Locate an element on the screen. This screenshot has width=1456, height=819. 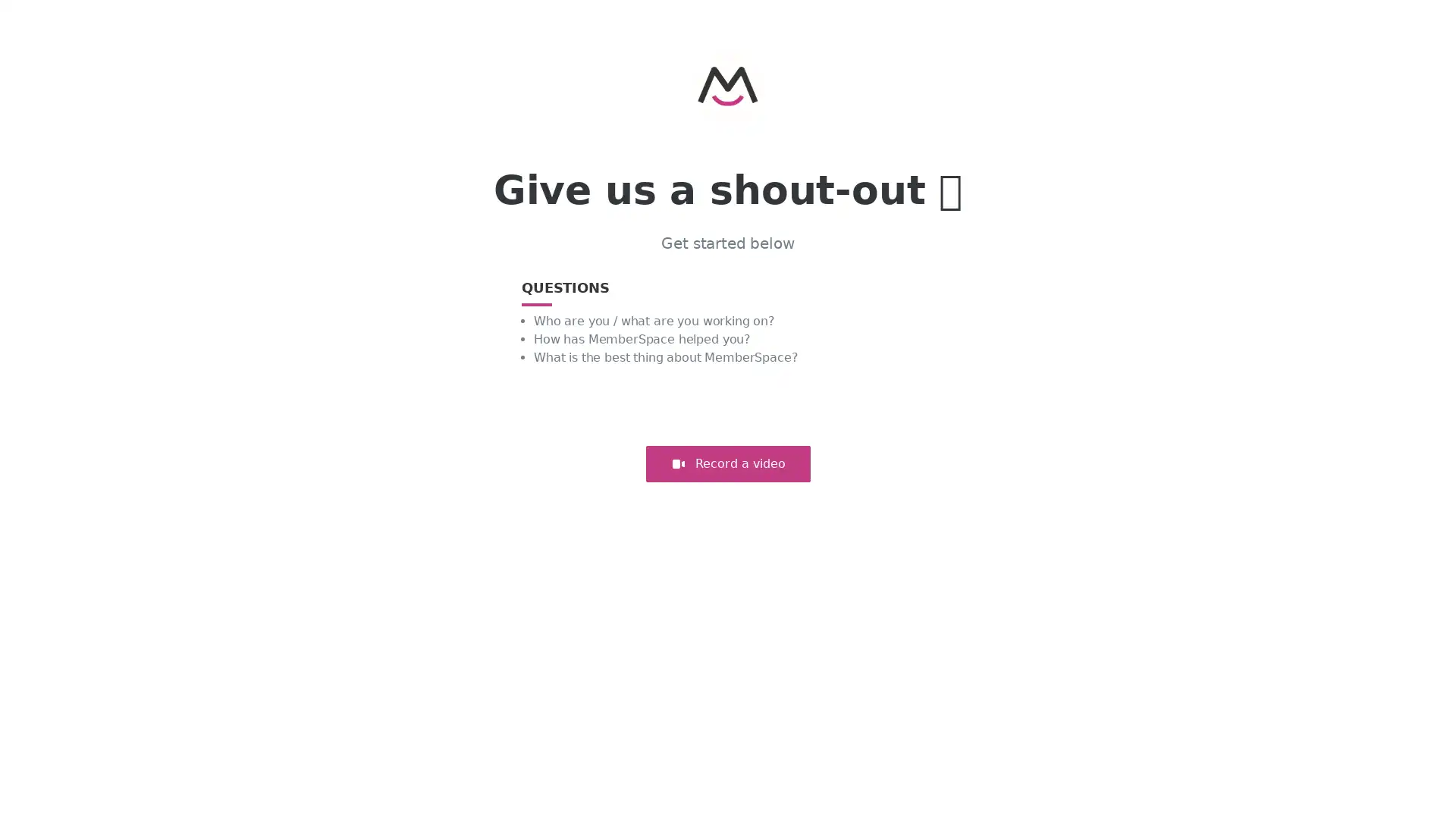
Record a video is located at coordinates (726, 463).